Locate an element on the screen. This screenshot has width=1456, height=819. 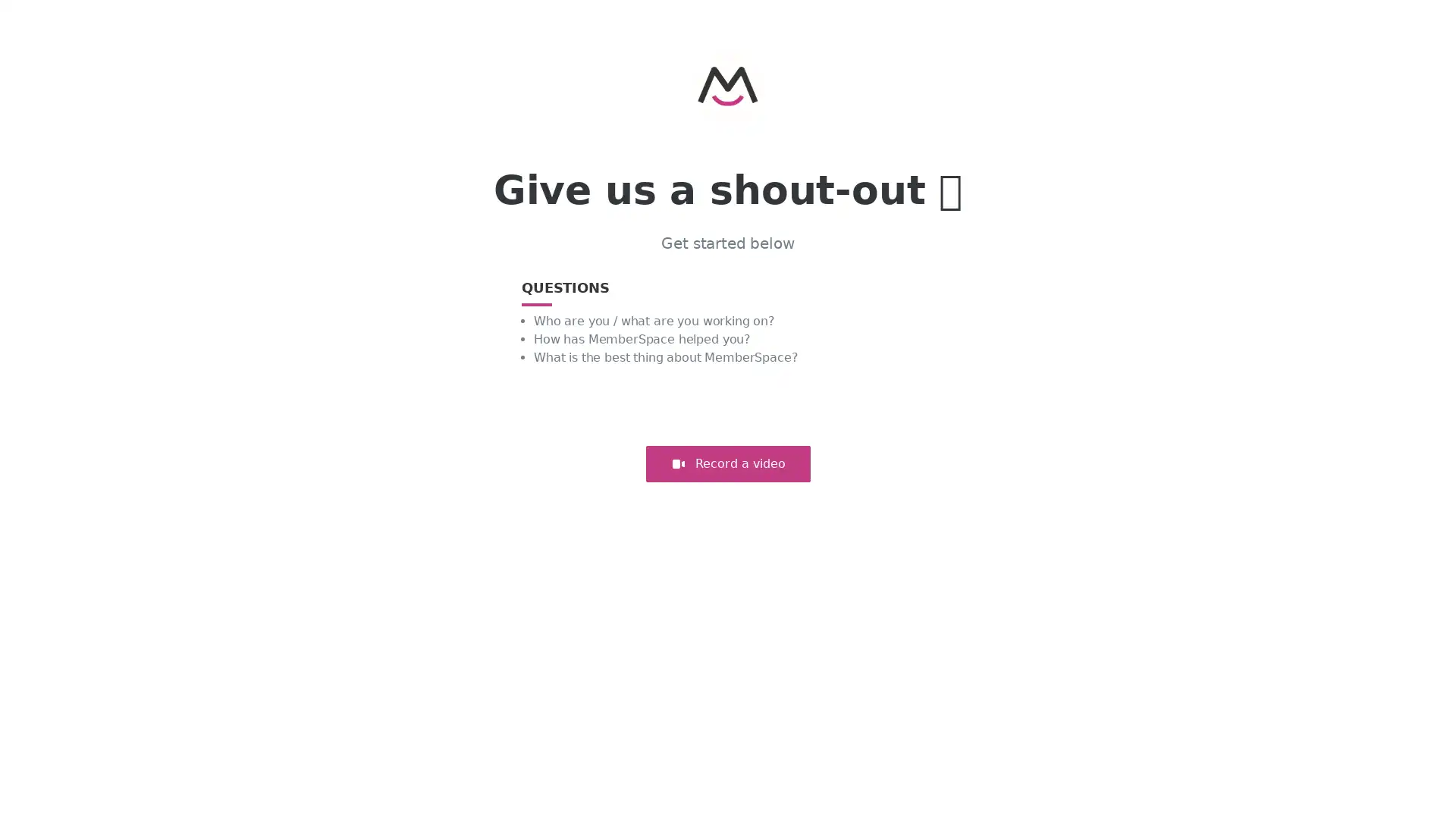
Record a video is located at coordinates (726, 463).